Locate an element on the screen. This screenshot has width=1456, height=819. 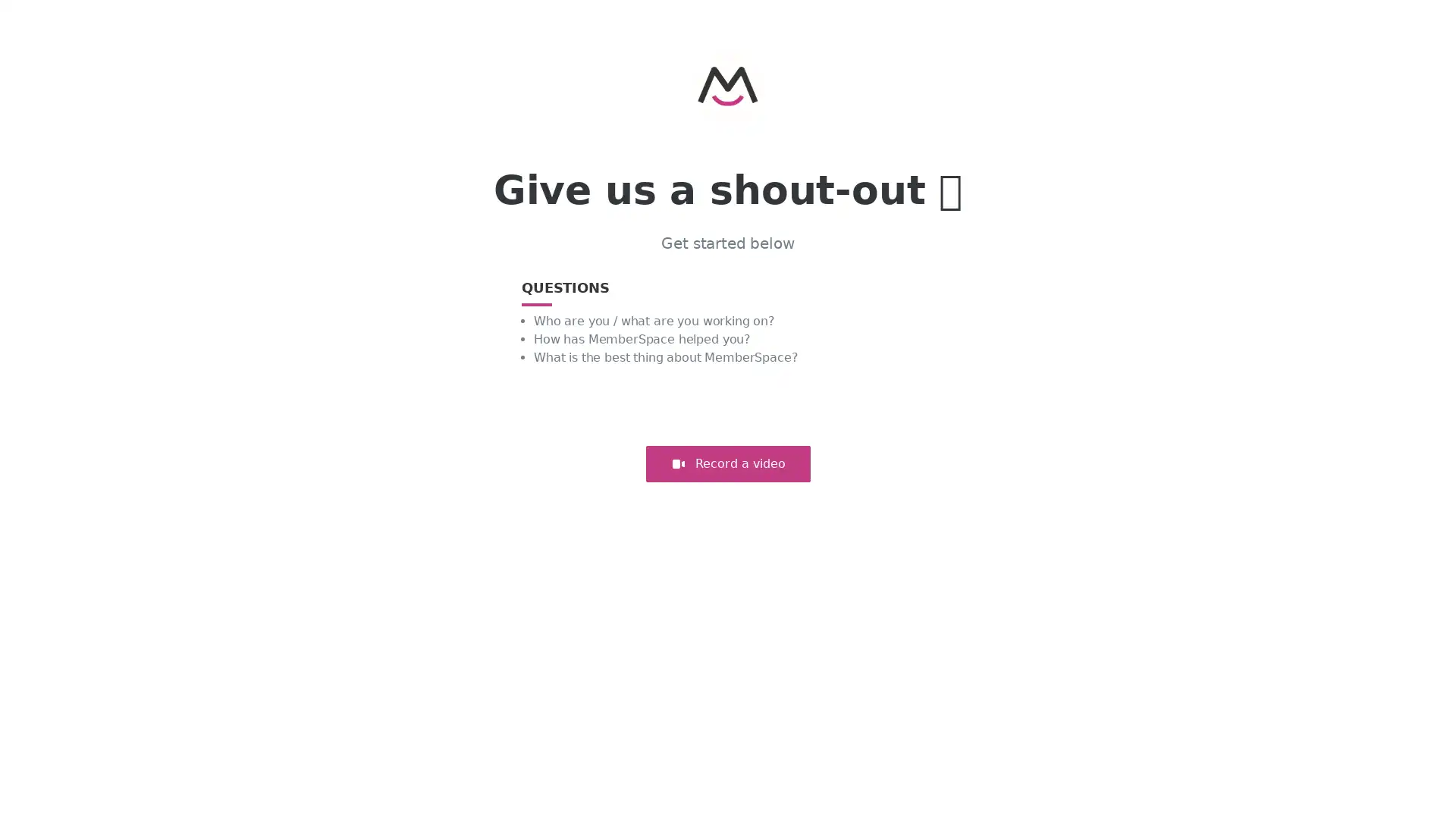
Record a video is located at coordinates (726, 463).